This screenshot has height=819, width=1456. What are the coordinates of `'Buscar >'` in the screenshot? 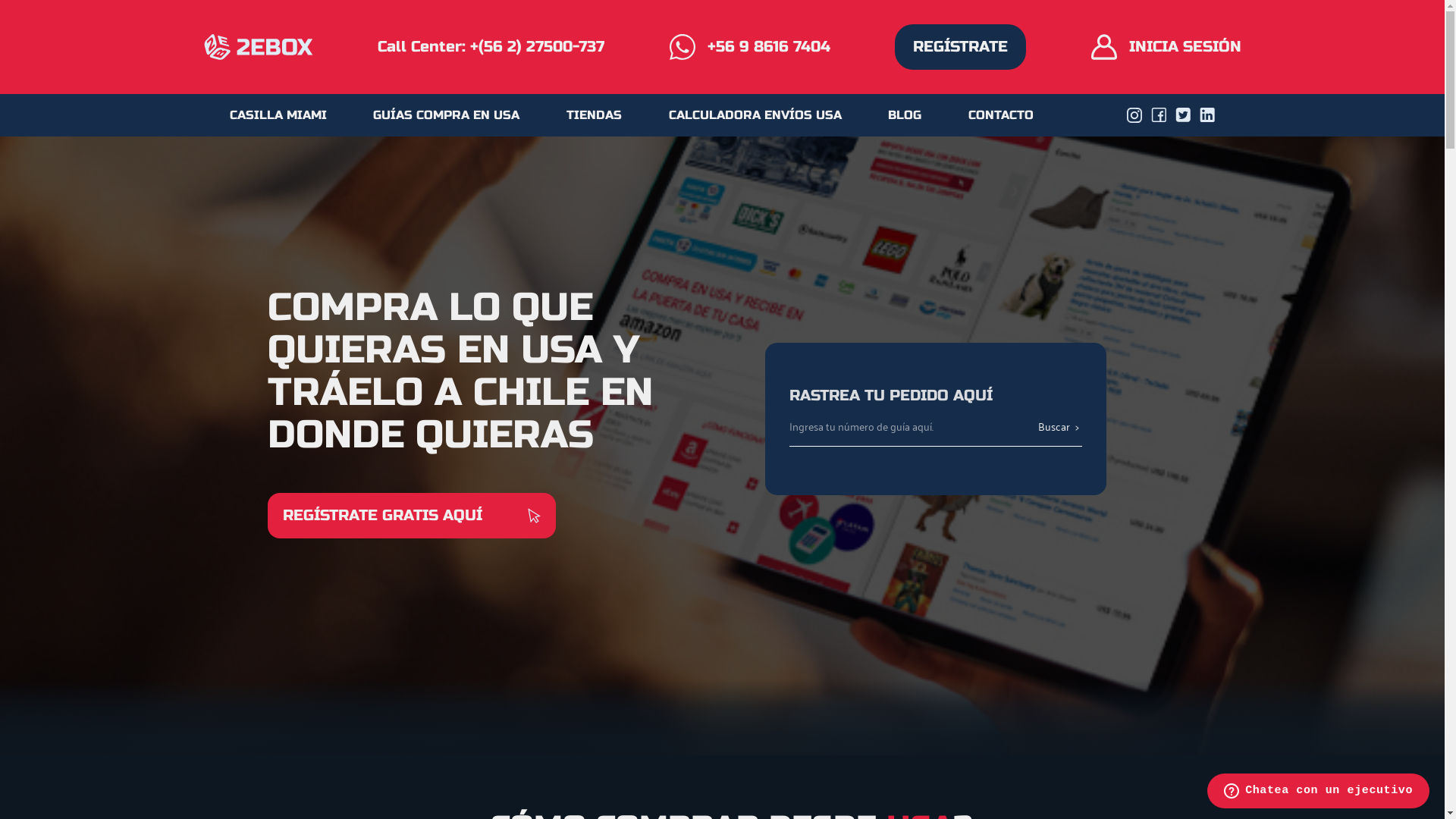 It's located at (1058, 426).